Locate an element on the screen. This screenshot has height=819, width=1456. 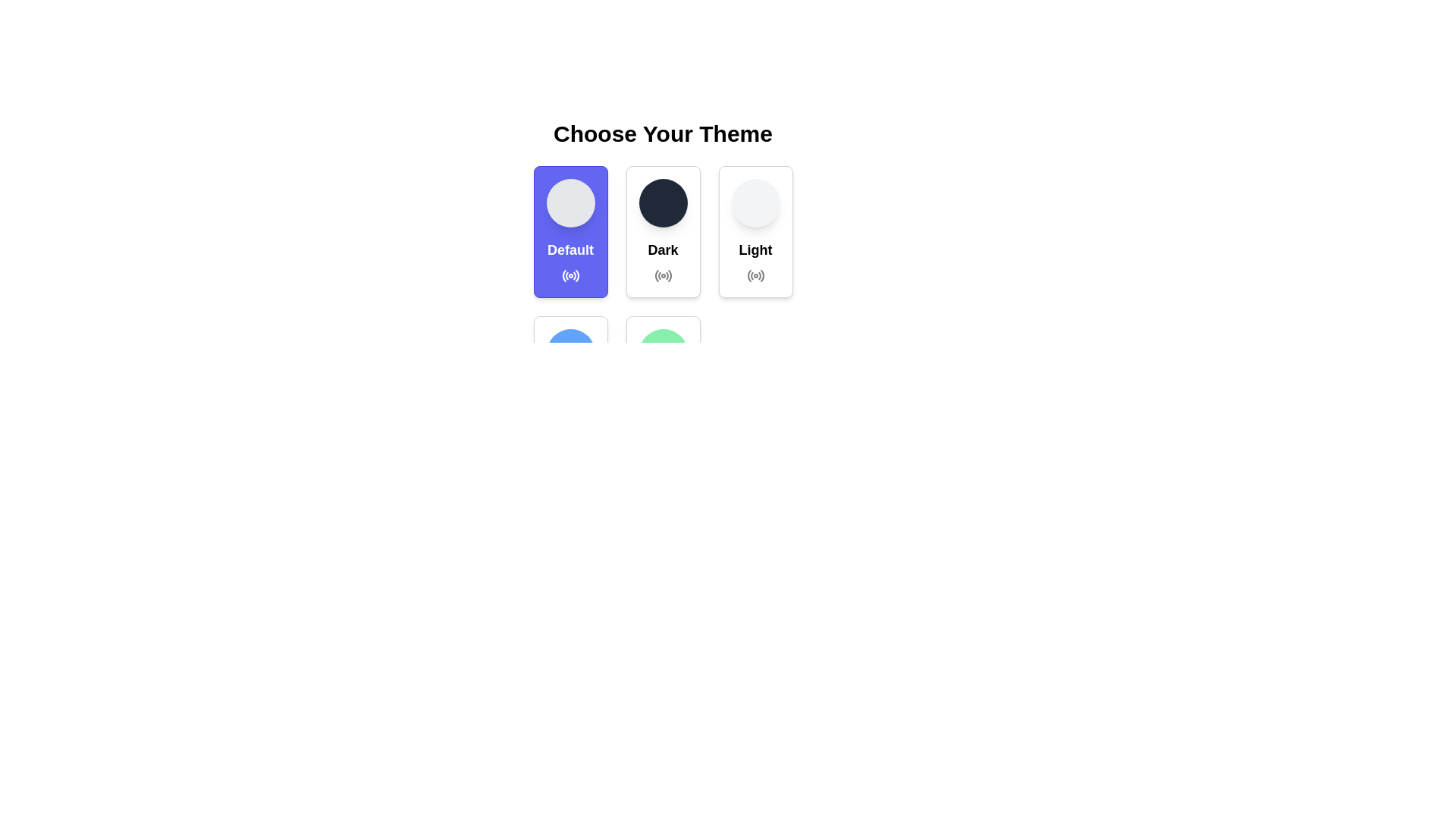
the selectable card labeled 'Dark' is located at coordinates (663, 231).